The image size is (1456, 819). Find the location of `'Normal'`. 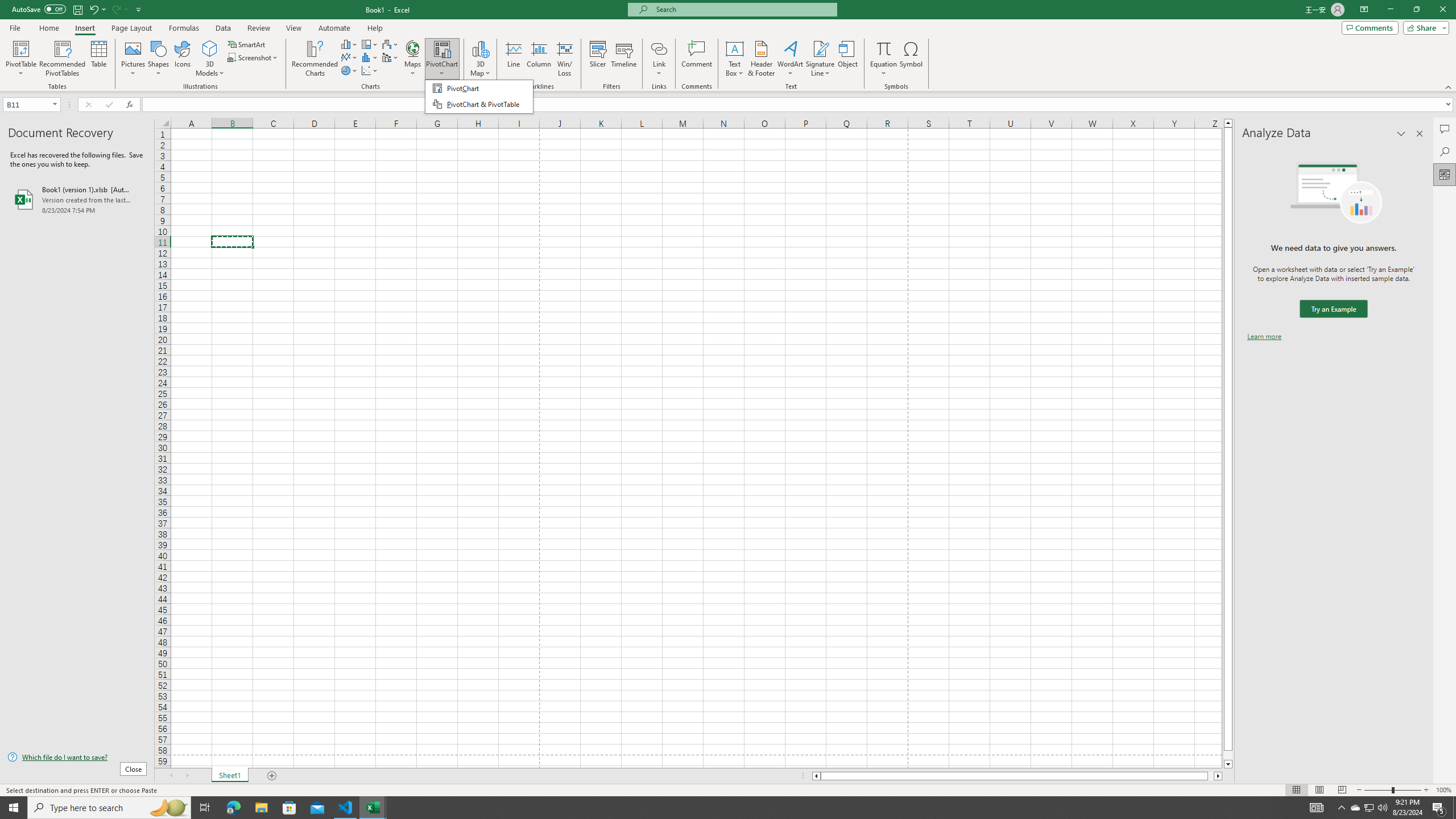

'Normal' is located at coordinates (1296, 790).